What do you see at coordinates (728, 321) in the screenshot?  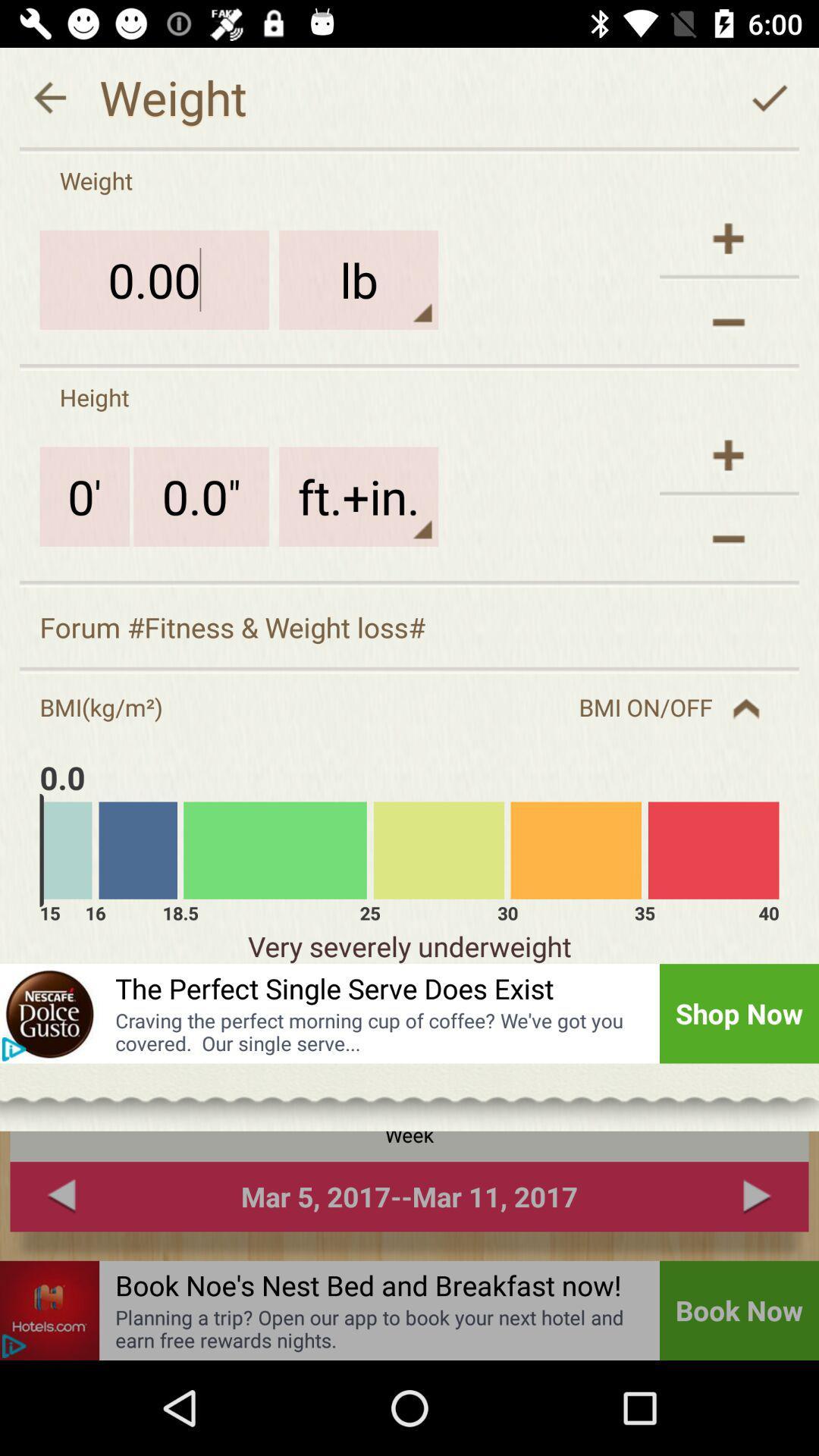 I see `the minus icon` at bounding box center [728, 321].